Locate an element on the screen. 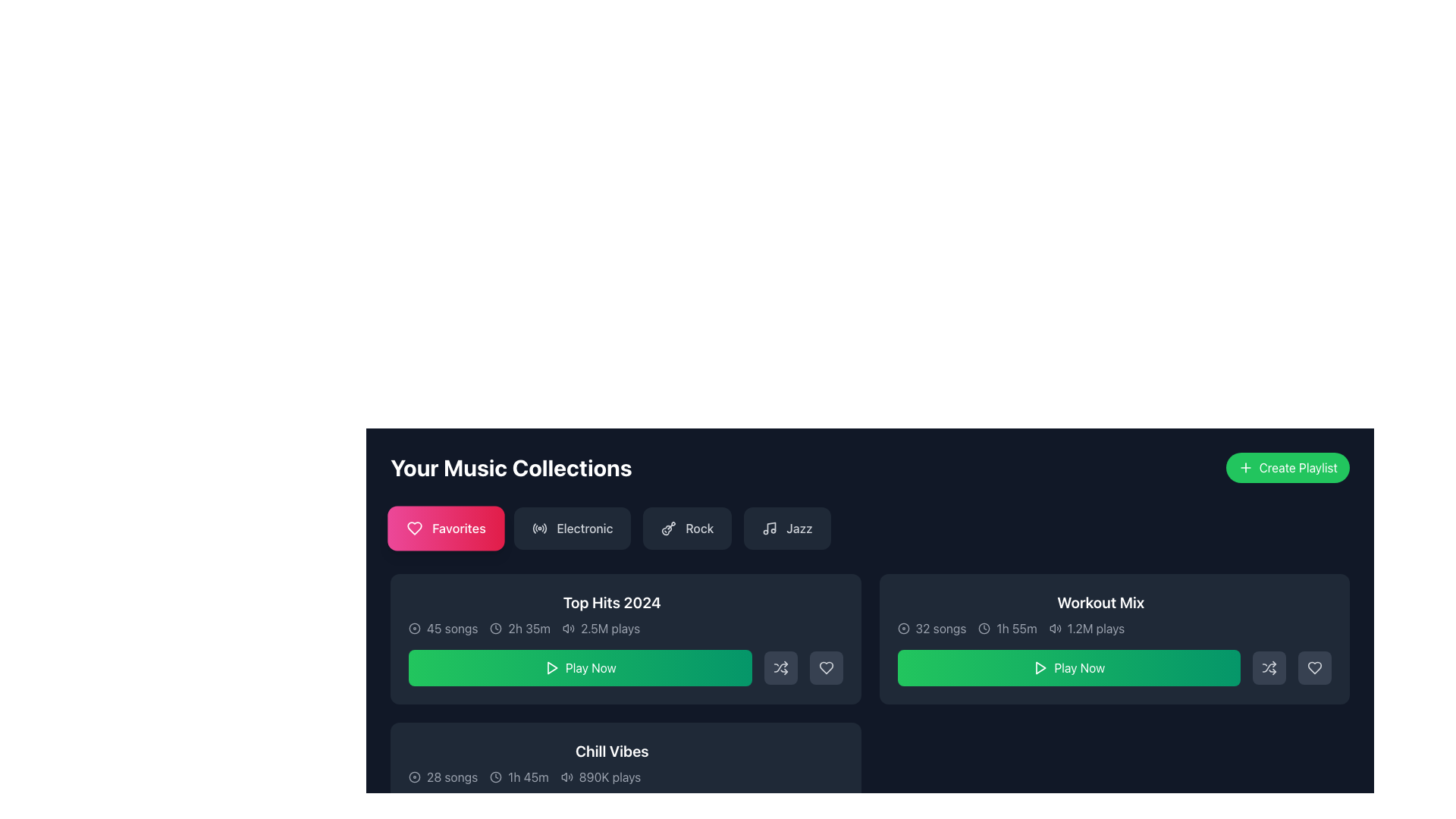 The image size is (1456, 819). the text label indicating the total number of songs in the 'Workout Mix' playlist, which is located in the header of the card, adjacent to the duration indicator and above the 'Play Now' button is located at coordinates (930, 629).